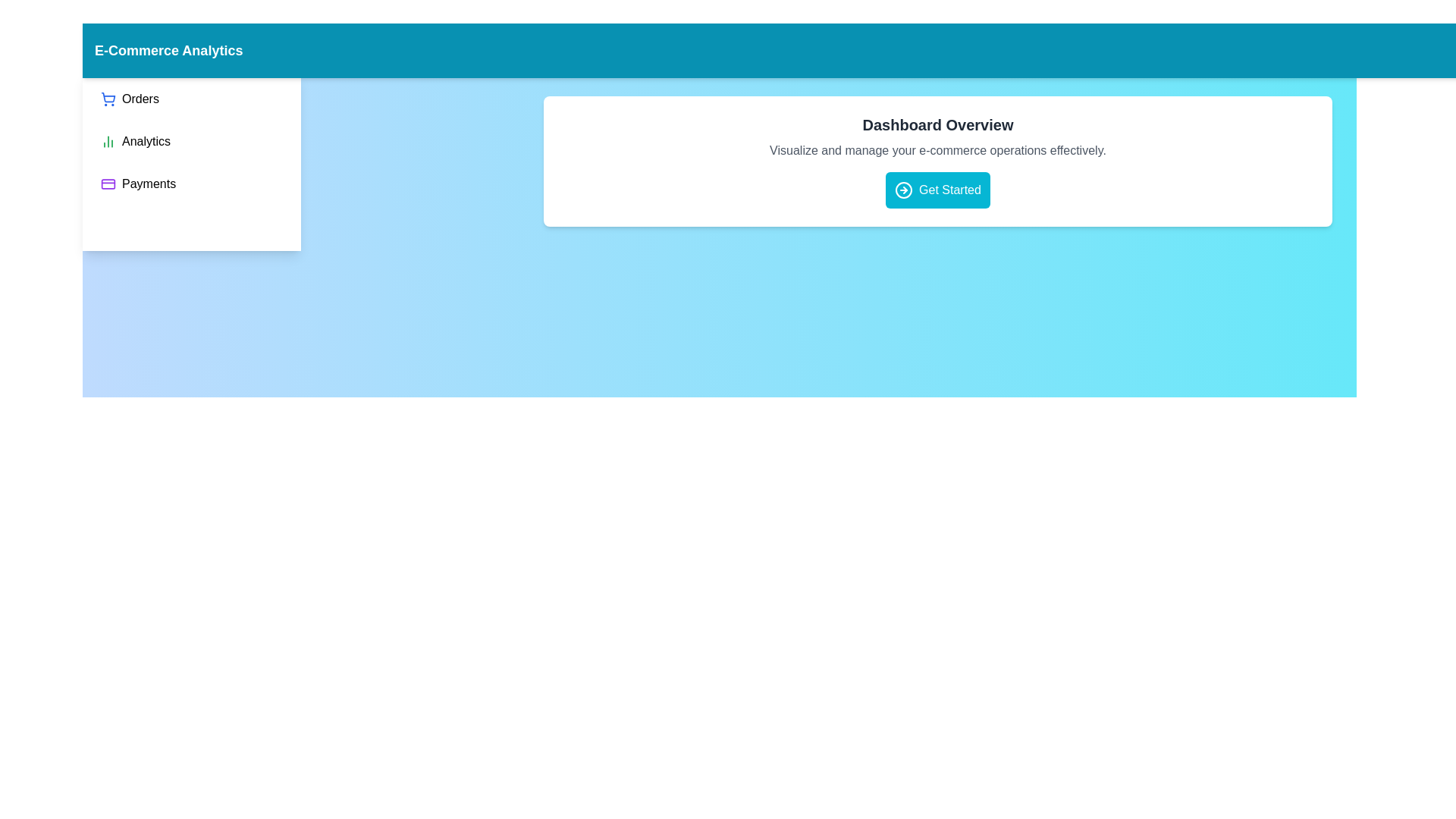 The image size is (1456, 819). I want to click on the column chart SVG icon, which is positioned to the left of the 'Analytics' text in the sidebar options, so click(108, 141).